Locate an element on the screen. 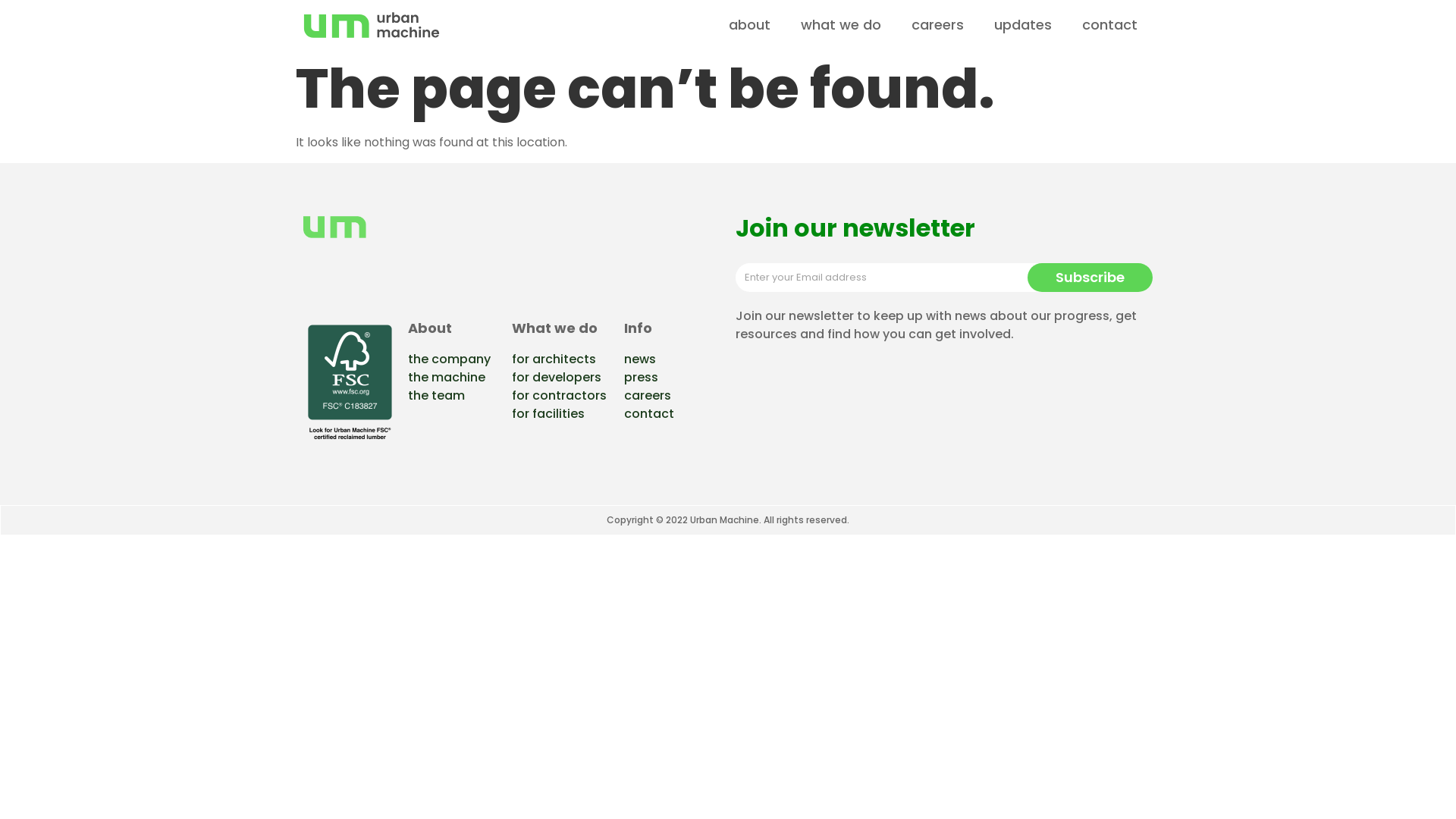  'press' is located at coordinates (640, 376).